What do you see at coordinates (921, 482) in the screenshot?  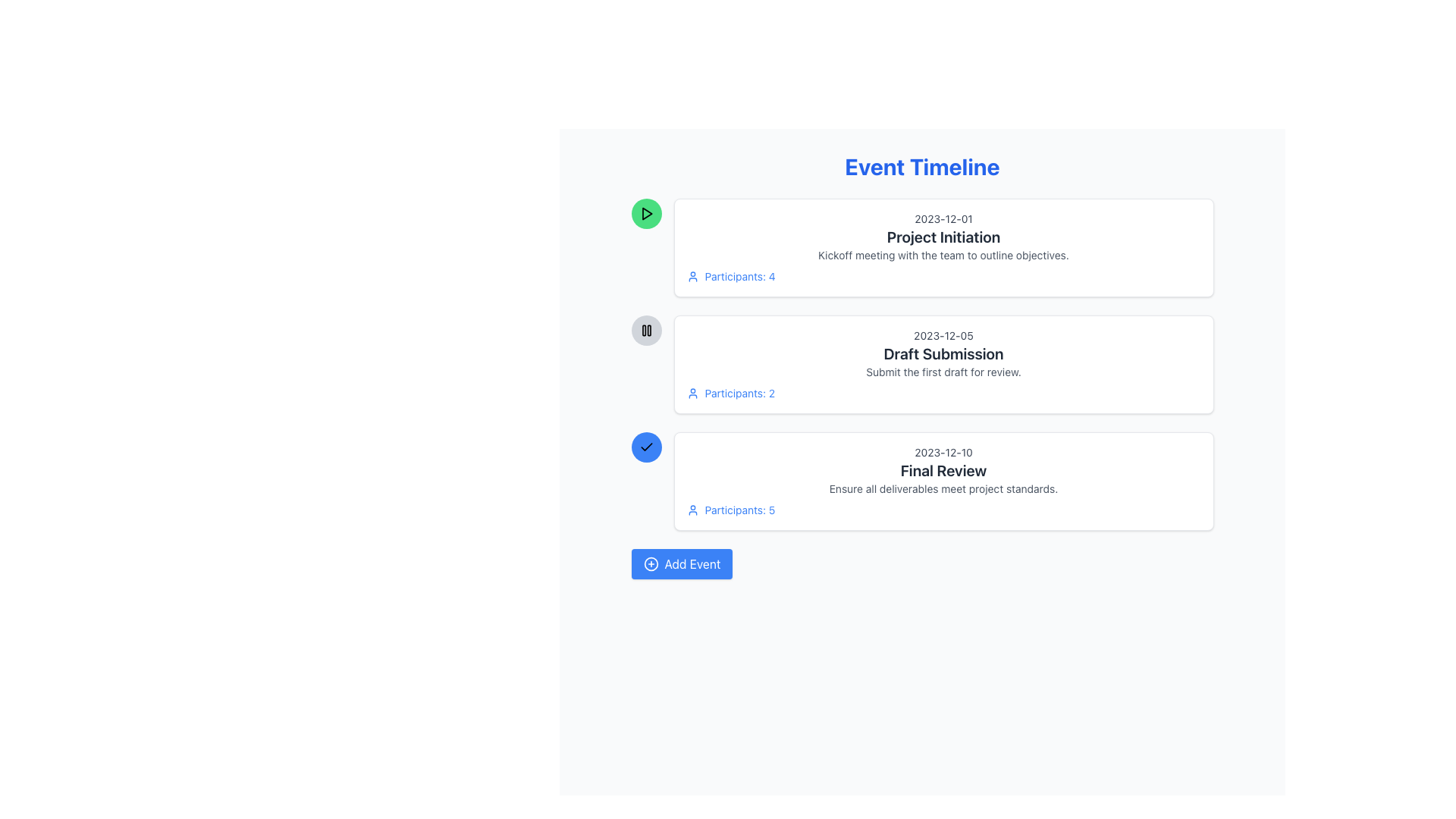 I see `the Event display card titled 'Final Review', which is the third item` at bounding box center [921, 482].